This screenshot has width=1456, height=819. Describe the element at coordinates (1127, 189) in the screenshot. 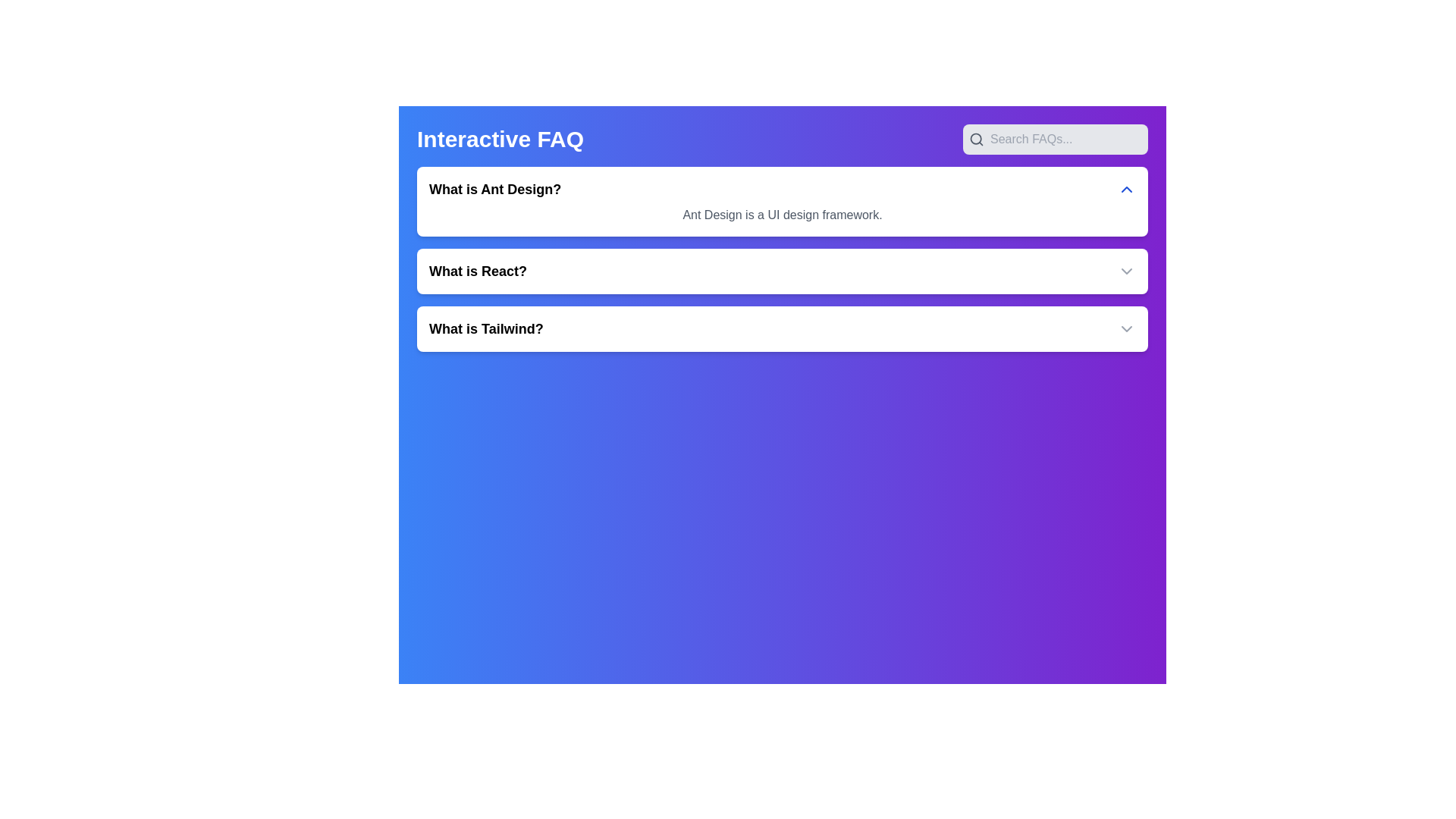

I see `the collapse/expand icon located in the header of the first FAQ item titled 'What is Ant Design?'` at that location.